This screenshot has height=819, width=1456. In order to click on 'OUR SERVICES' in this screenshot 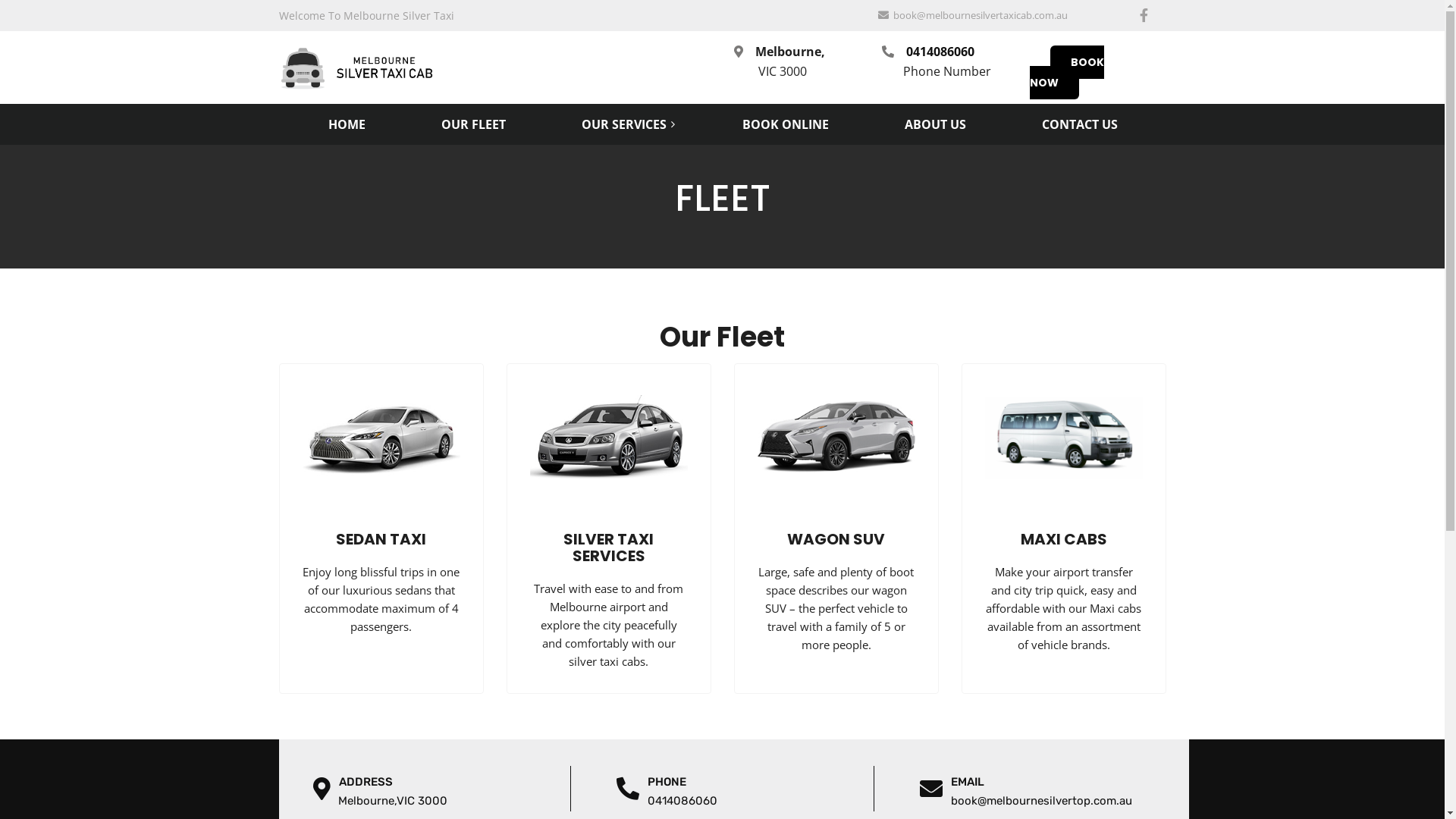, I will do `click(570, 121)`.